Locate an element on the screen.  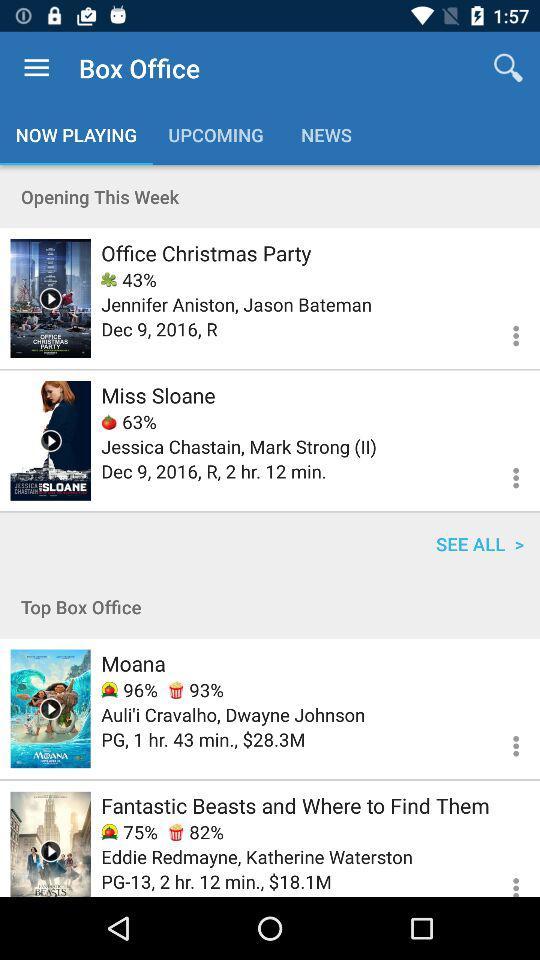
the fantastic beasts and icon is located at coordinates (294, 805).